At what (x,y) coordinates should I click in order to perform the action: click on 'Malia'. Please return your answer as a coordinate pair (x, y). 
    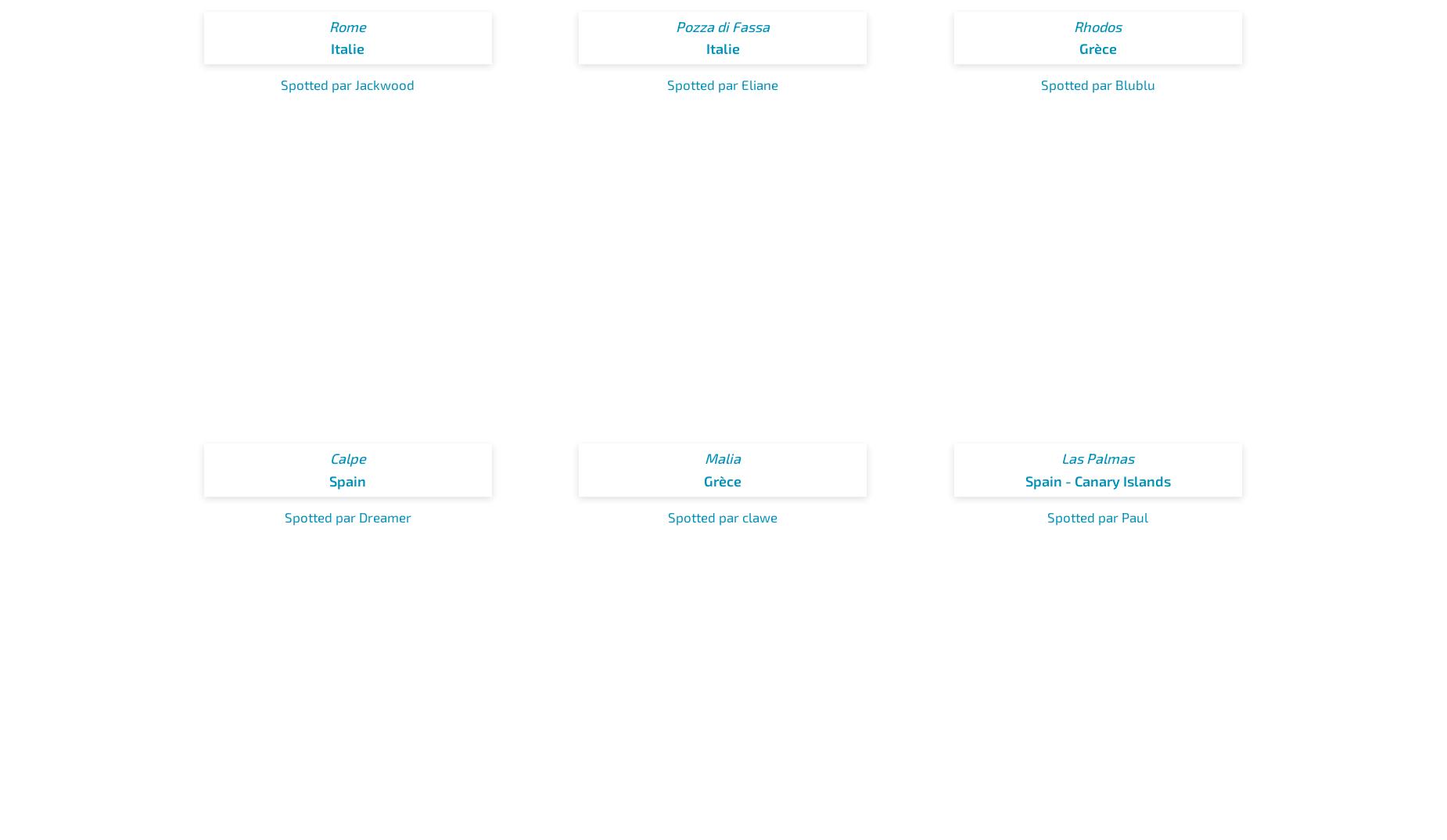
    Looking at the image, I should click on (723, 457).